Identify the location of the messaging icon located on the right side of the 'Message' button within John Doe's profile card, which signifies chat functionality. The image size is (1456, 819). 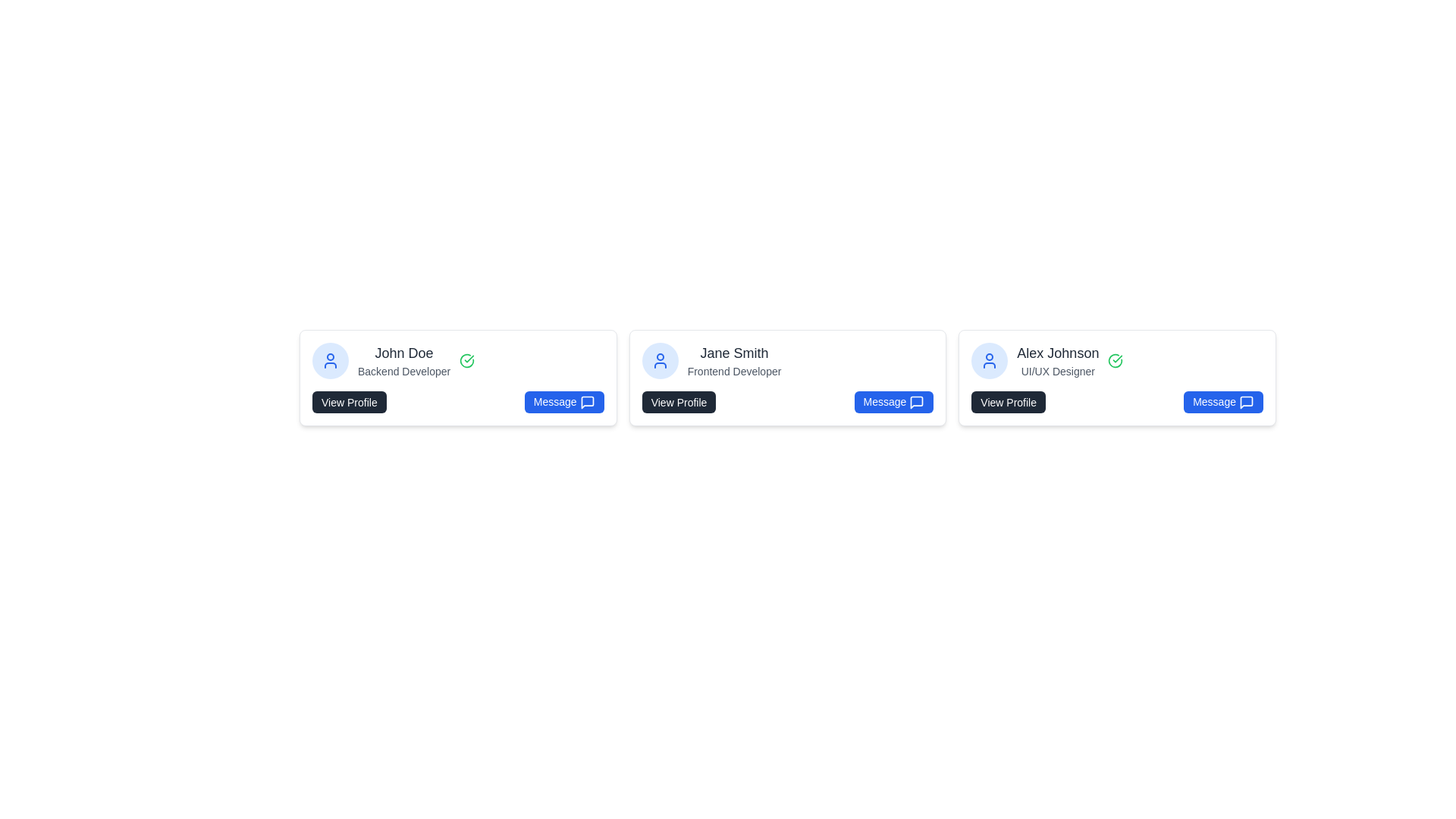
(586, 402).